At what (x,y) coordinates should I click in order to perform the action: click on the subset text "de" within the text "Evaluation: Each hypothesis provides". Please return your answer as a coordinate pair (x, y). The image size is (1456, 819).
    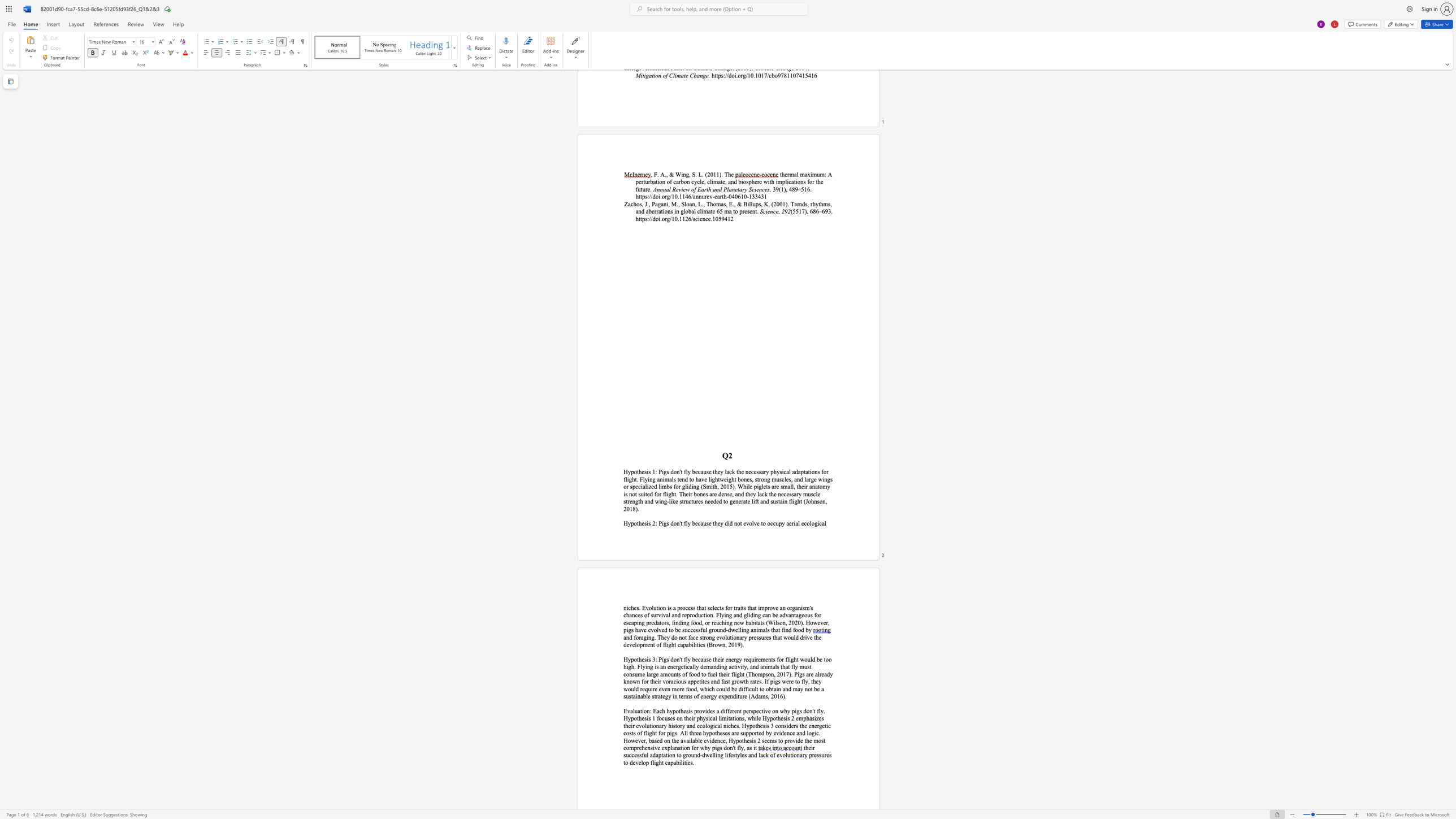
    Looking at the image, I should click on (706, 710).